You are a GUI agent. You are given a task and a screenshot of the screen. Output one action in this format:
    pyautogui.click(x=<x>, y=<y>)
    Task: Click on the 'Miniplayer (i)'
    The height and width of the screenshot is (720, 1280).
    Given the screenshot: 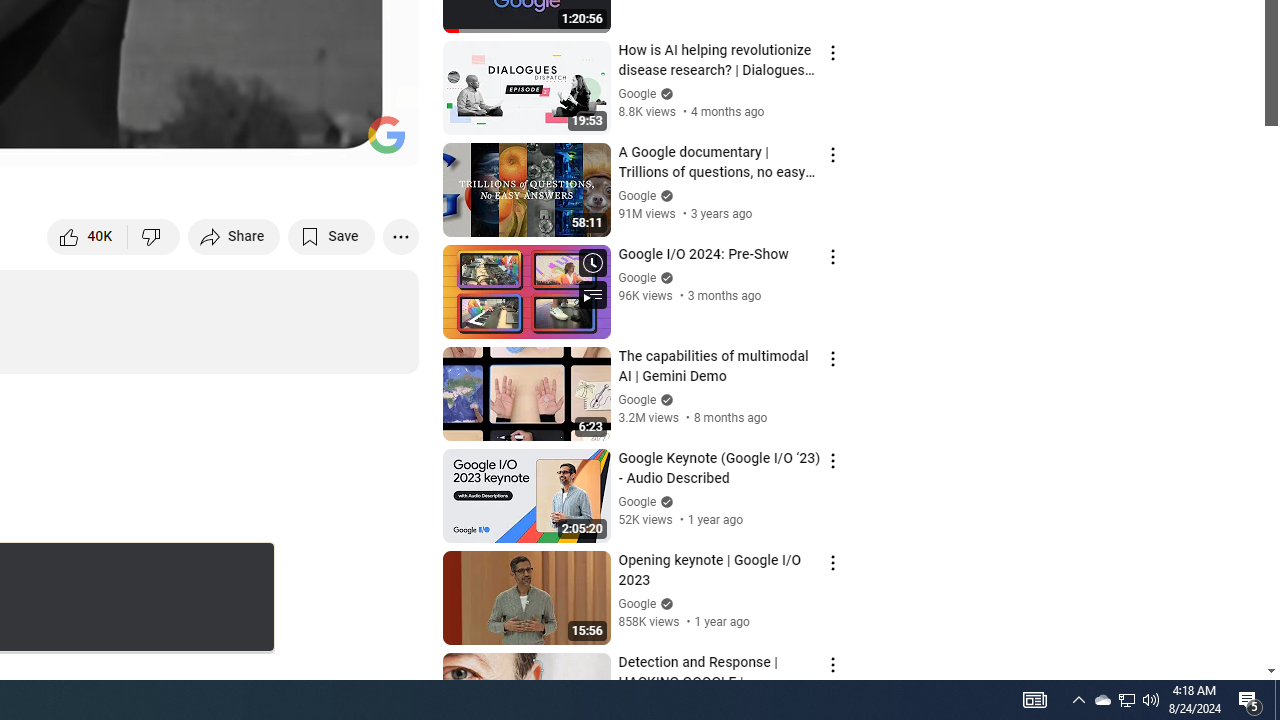 What is the action you would take?
    pyautogui.click(x=285, y=141)
    